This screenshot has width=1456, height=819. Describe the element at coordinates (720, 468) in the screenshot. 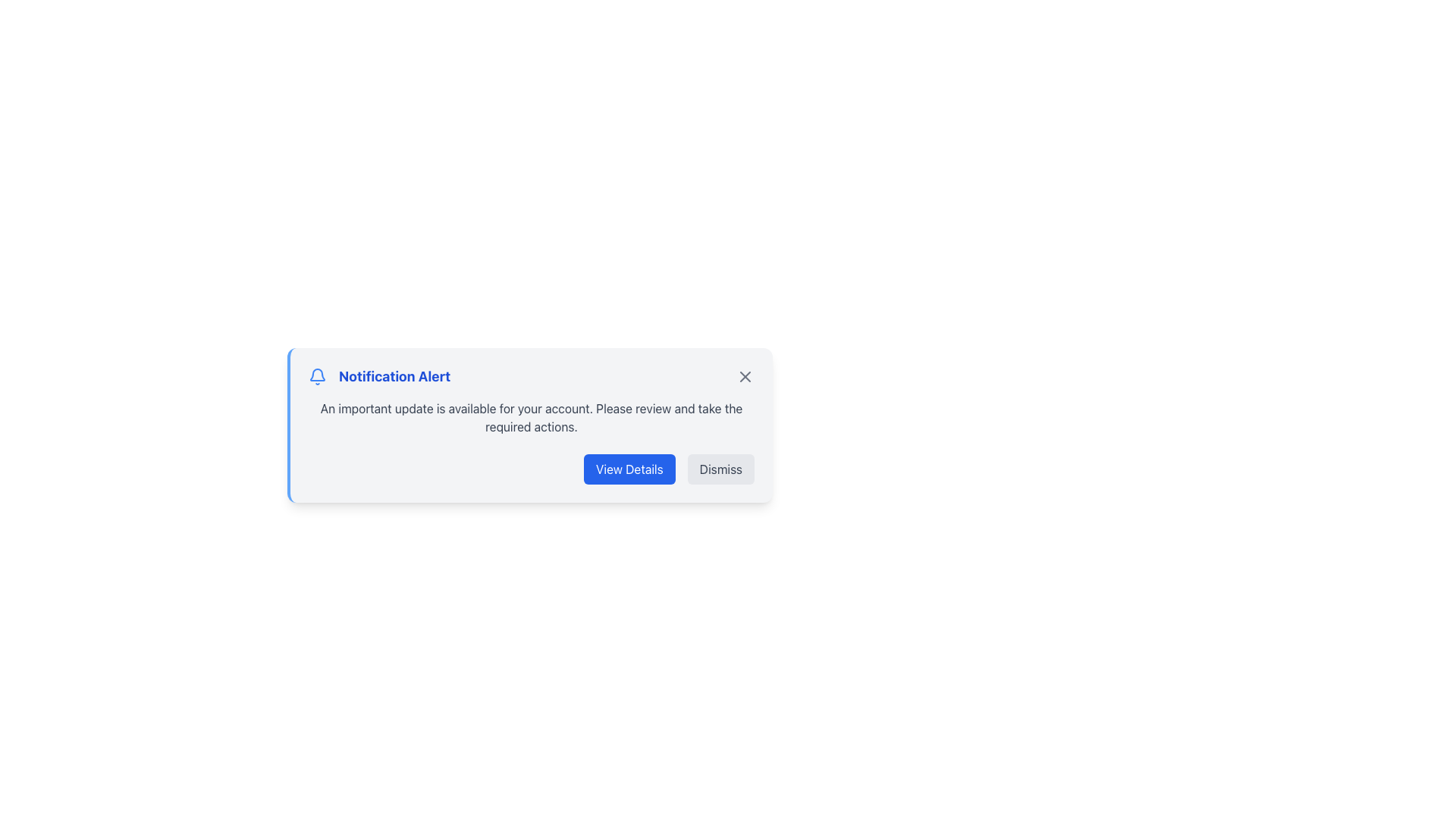

I see `the dismiss button located at the bottom-right corner of the notification panel` at that location.